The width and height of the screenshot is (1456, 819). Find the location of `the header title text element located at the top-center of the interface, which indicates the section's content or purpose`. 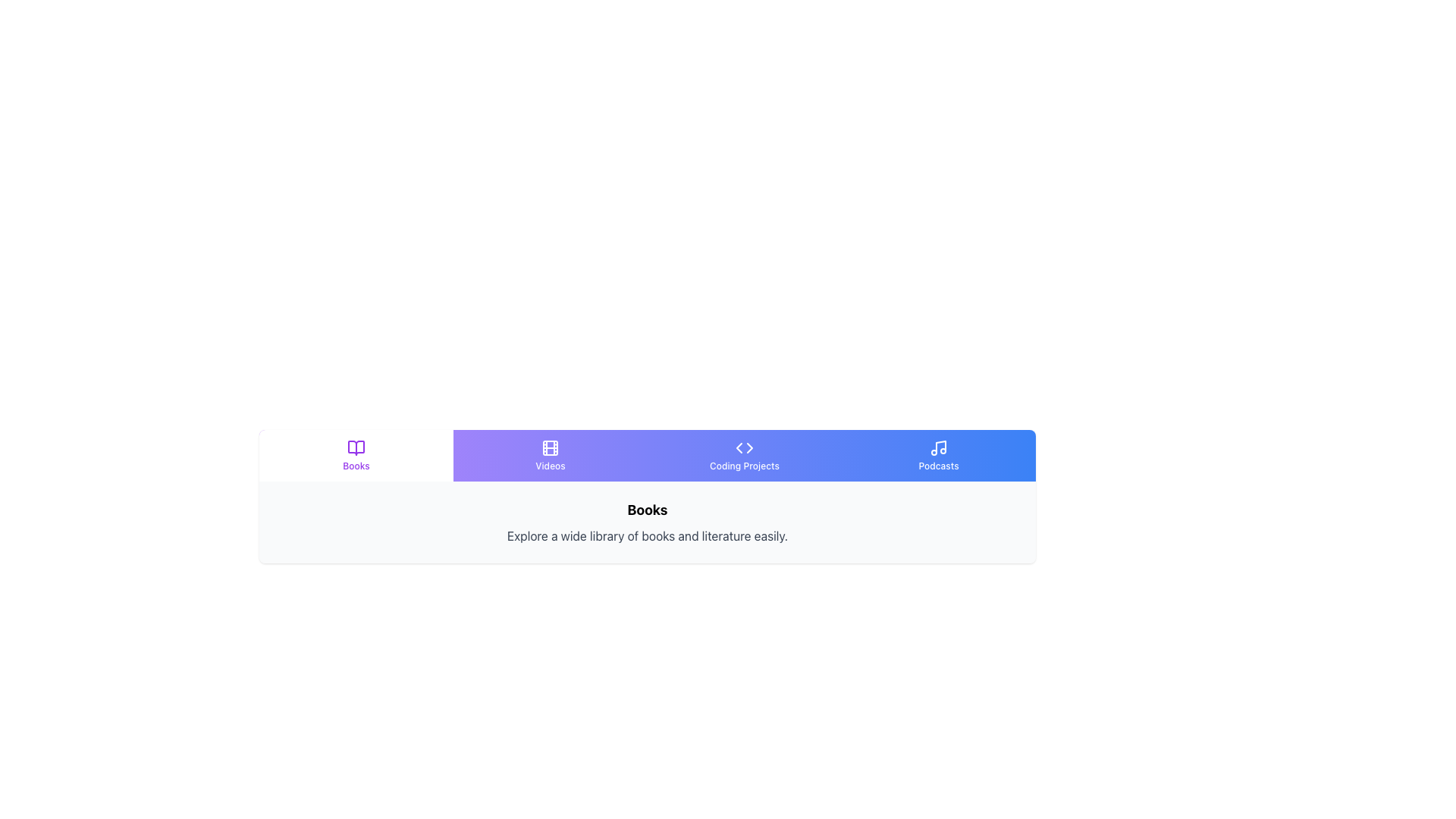

the header title text element located at the top-center of the interface, which indicates the section's content or purpose is located at coordinates (648, 510).